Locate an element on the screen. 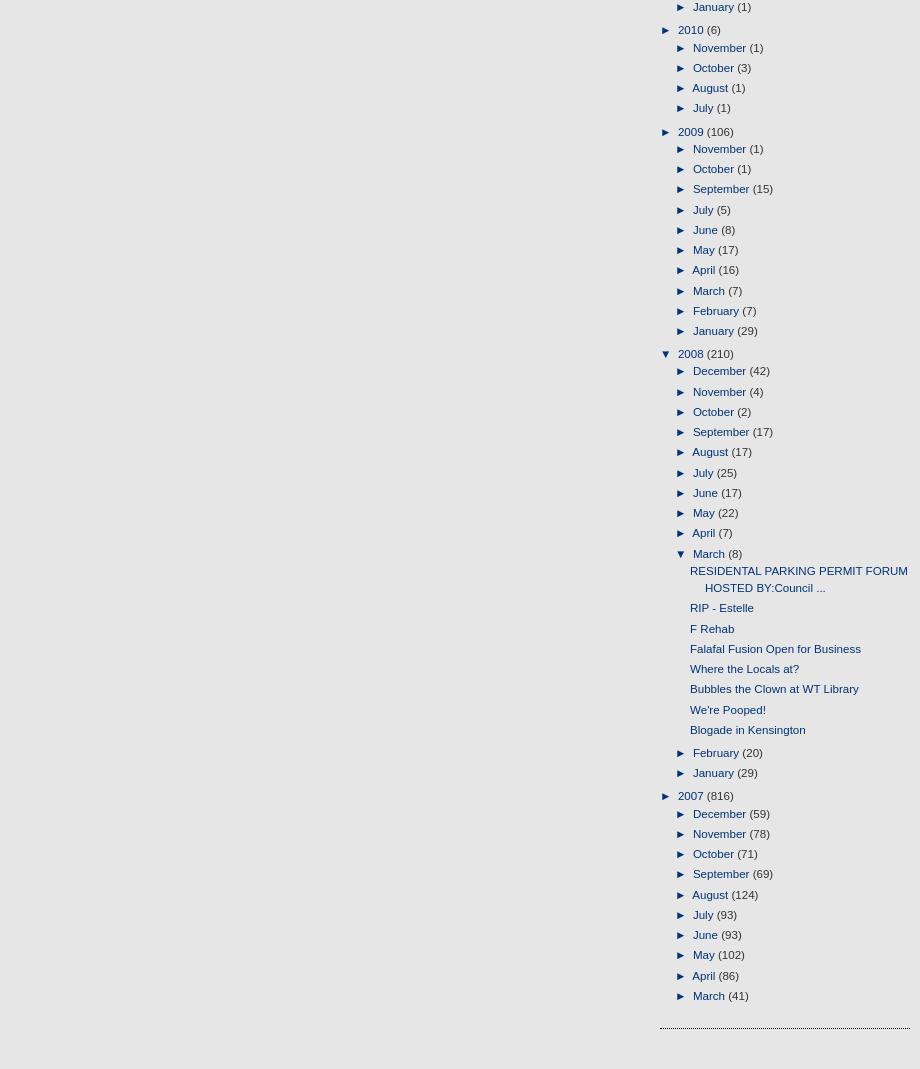  '(69)' is located at coordinates (762, 873).